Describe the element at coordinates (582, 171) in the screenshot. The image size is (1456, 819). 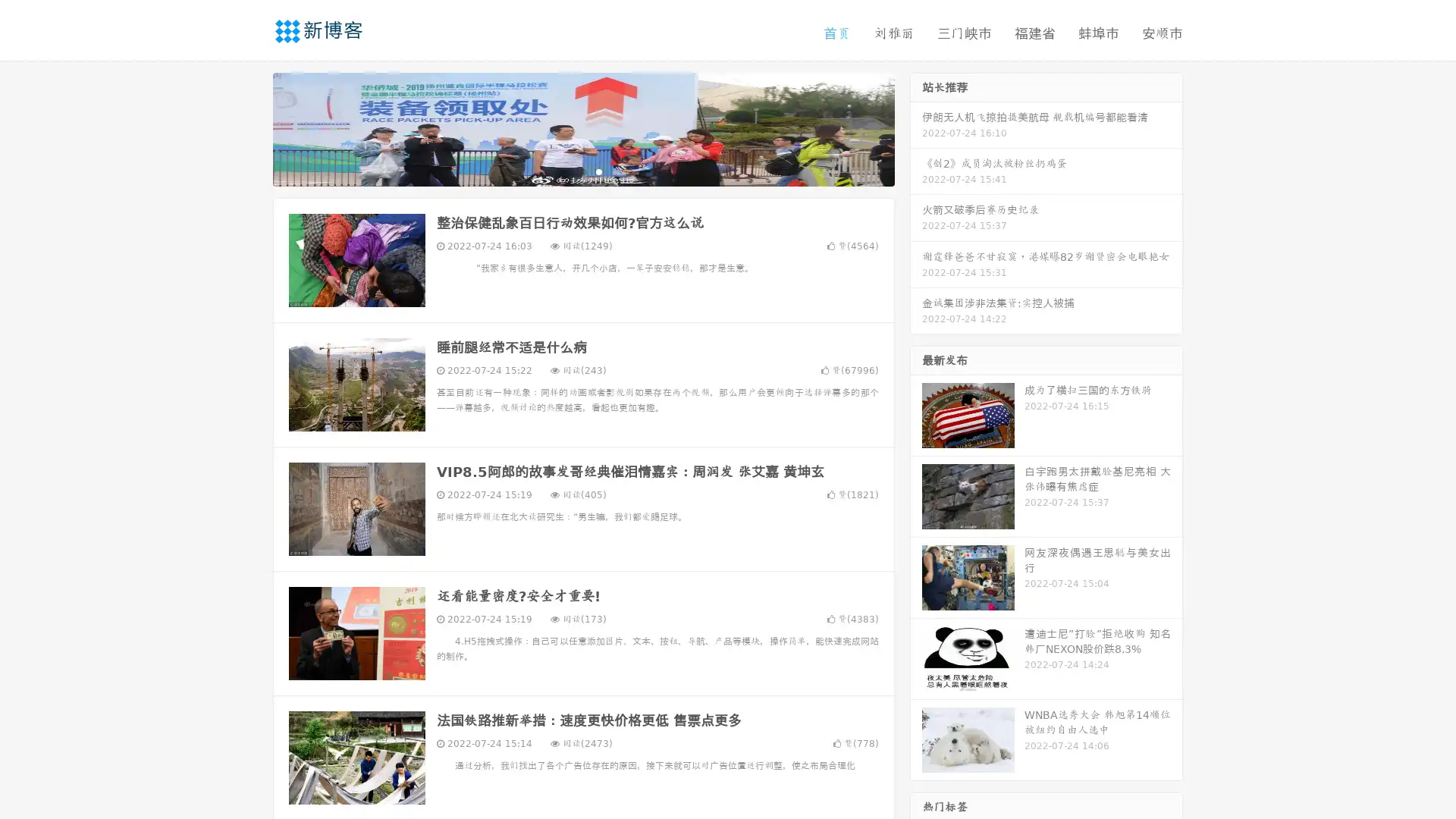
I see `Go to slide 2` at that location.